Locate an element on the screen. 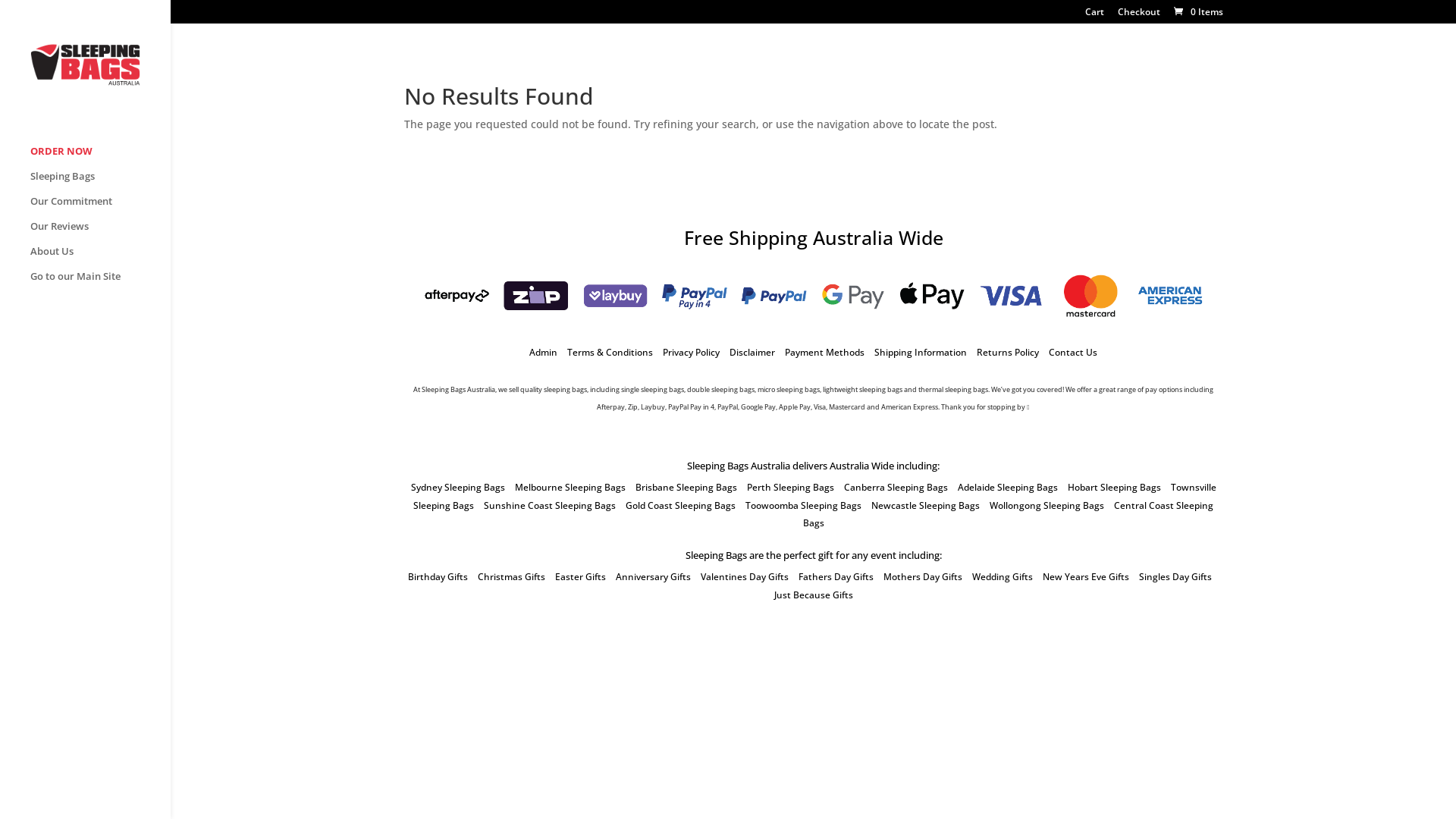  'Wedding Gifts' is located at coordinates (1002, 576).